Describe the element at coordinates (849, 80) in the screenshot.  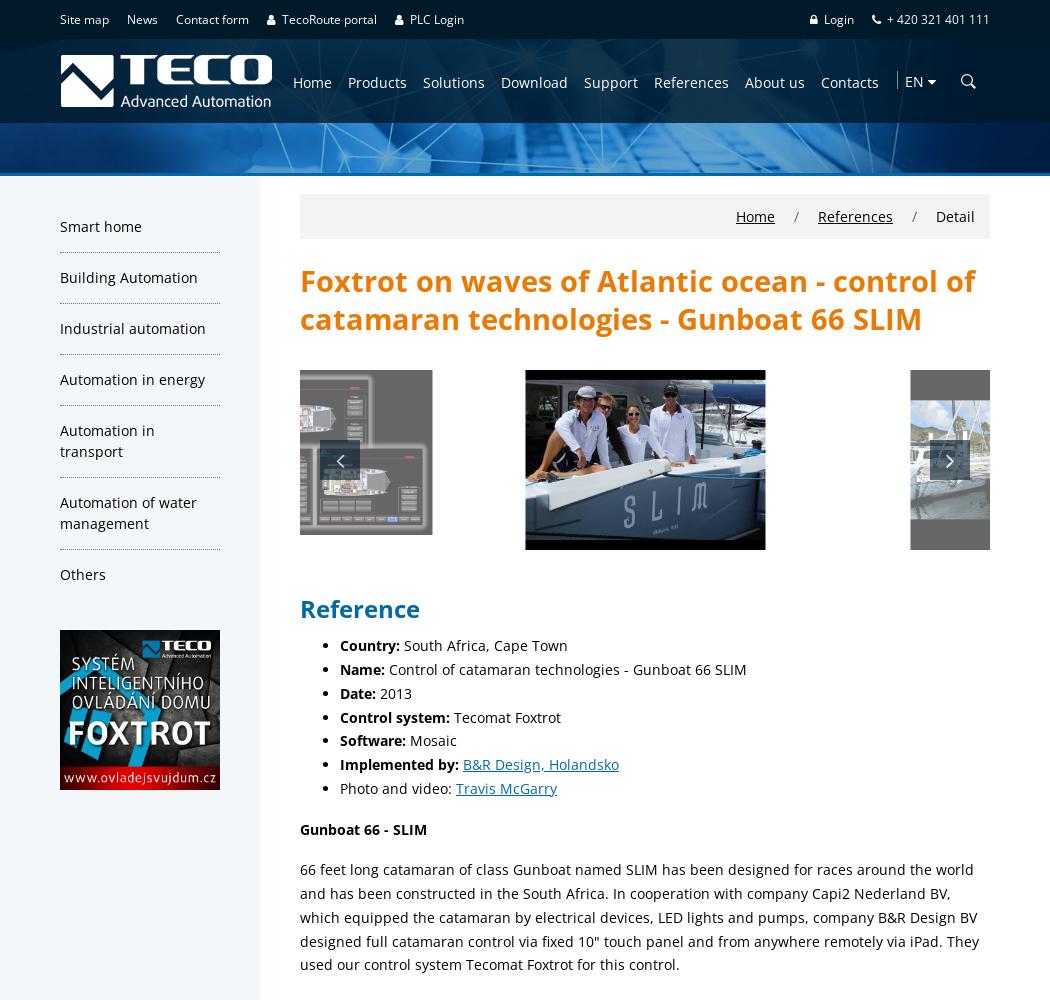
I see `'Contacts'` at that location.